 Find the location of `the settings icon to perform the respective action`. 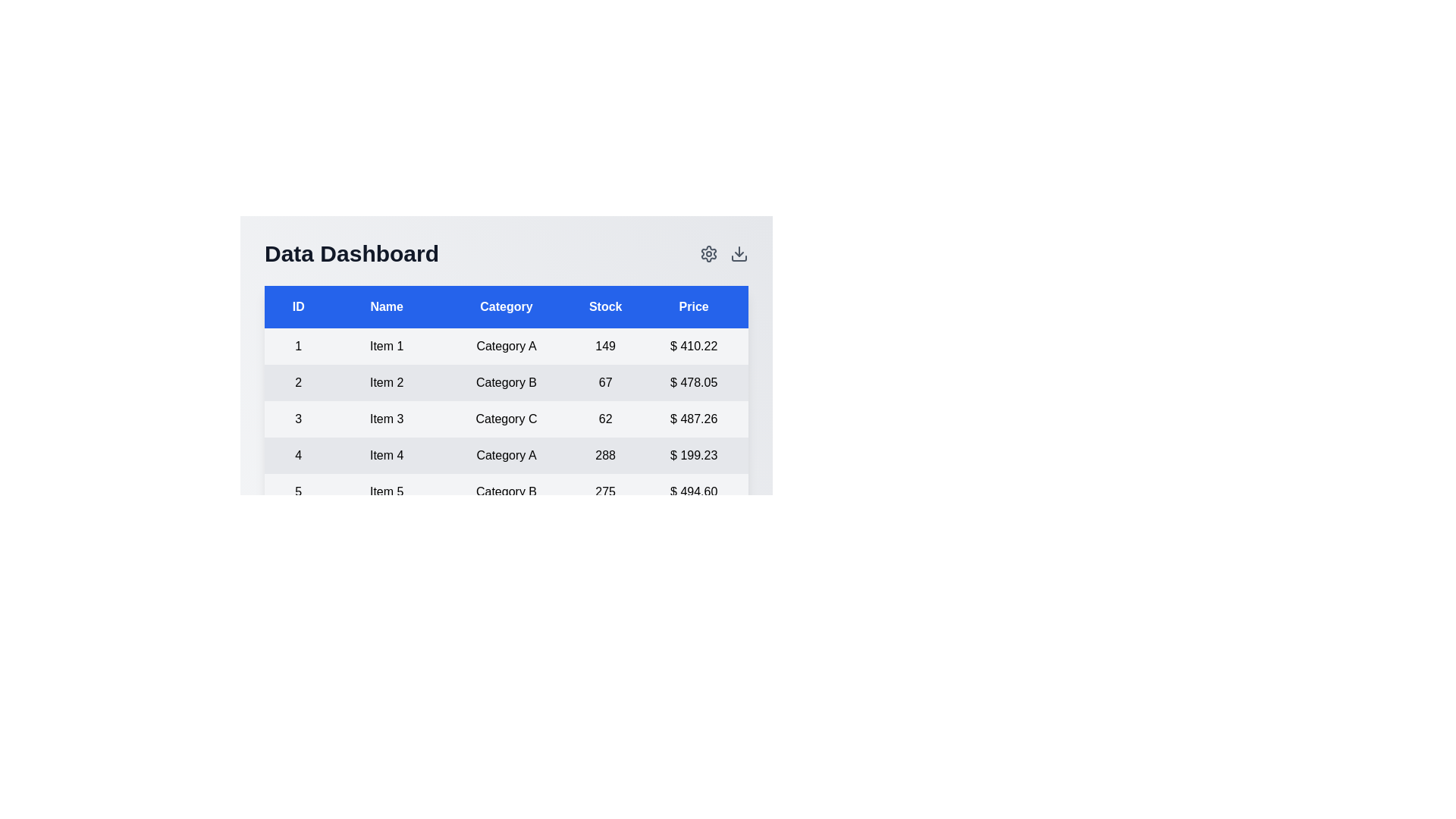

the settings icon to perform the respective action is located at coordinates (708, 253).